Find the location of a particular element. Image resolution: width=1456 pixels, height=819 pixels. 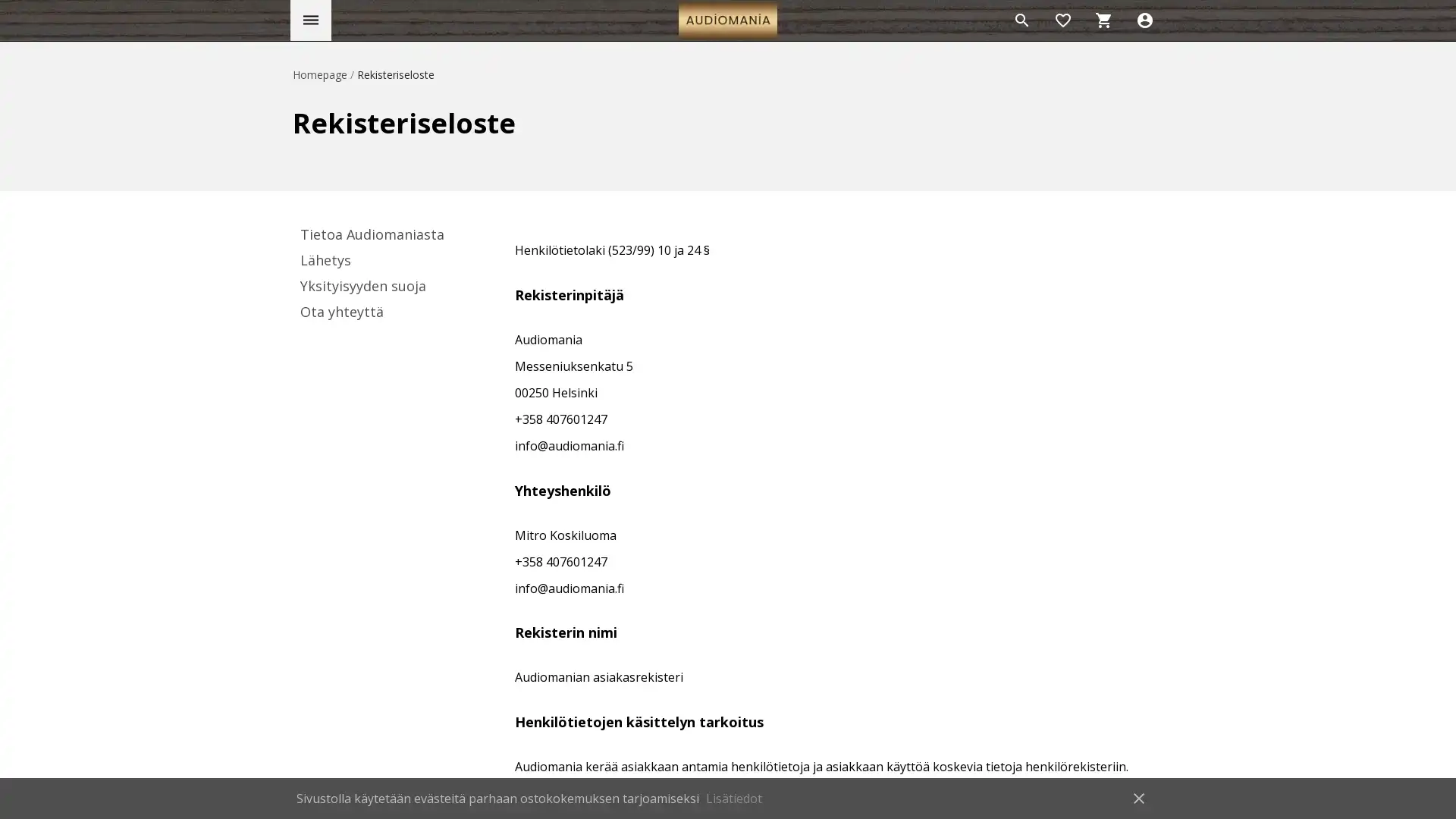

account_circle is located at coordinates (1145, 20).